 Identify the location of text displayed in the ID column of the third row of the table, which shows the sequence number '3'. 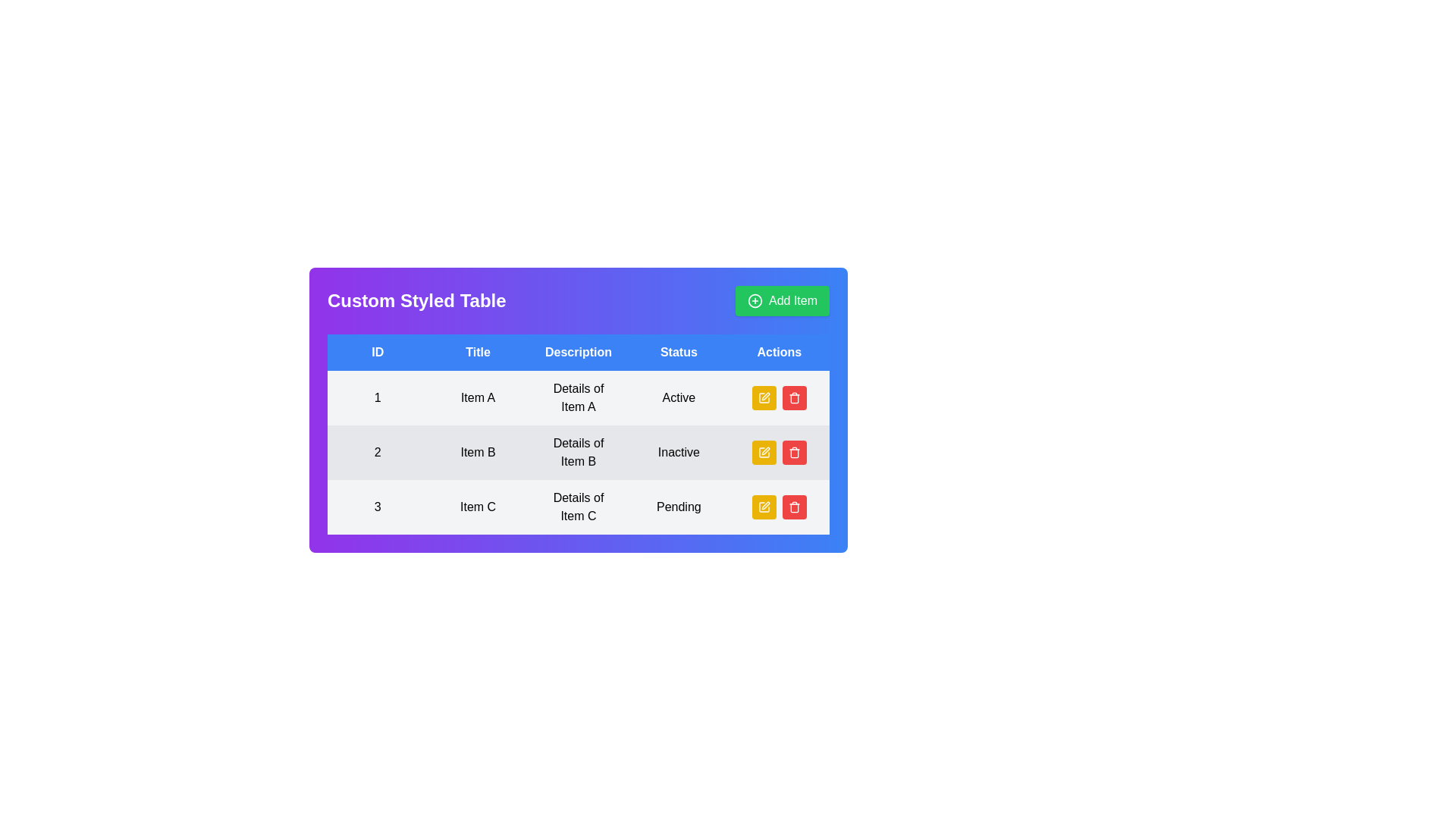
(378, 507).